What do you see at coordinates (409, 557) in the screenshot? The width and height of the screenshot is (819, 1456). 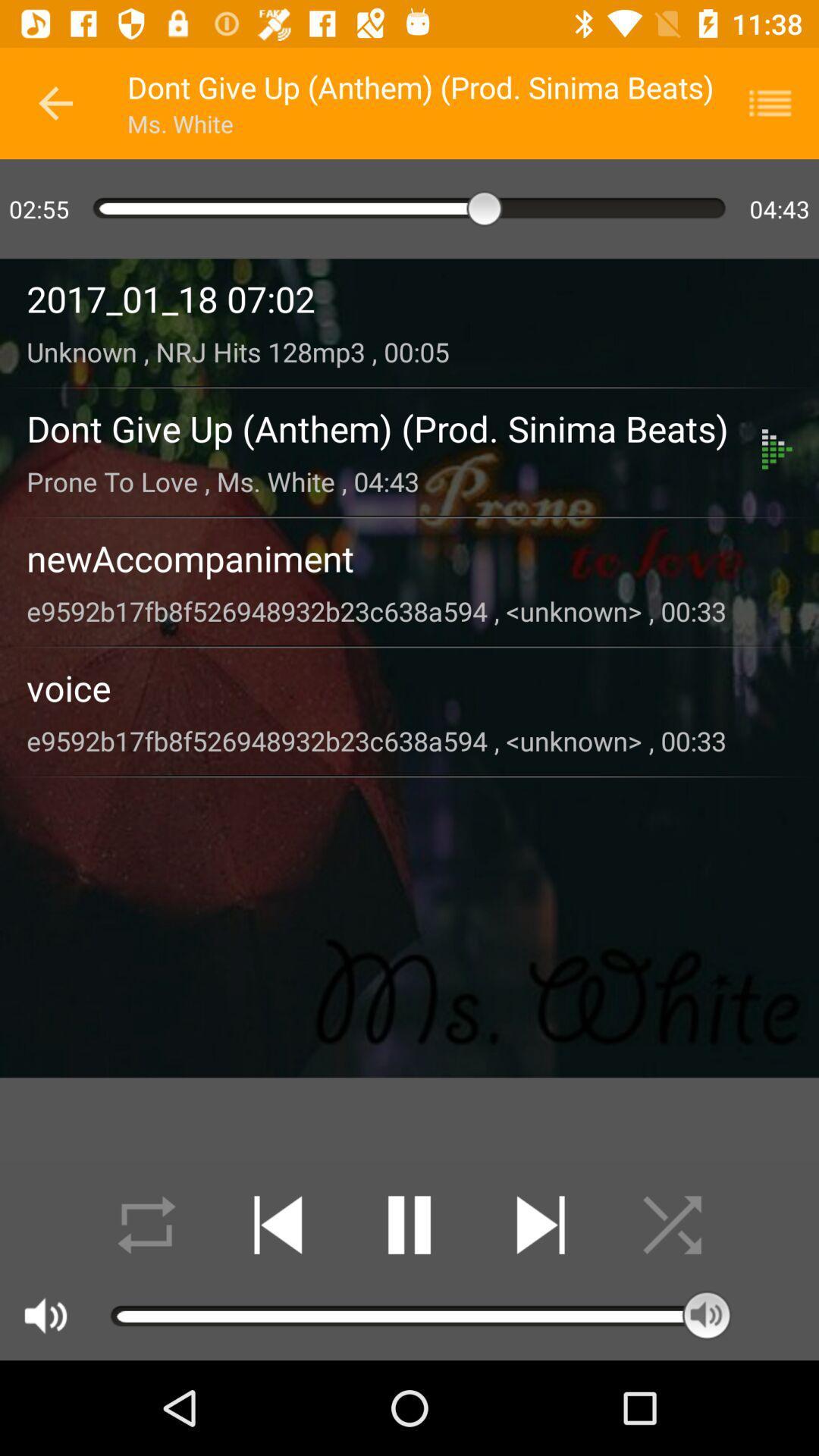 I see `item above the e9592b17fb8f526948932b23c638a594 unknown 00 icon` at bounding box center [409, 557].